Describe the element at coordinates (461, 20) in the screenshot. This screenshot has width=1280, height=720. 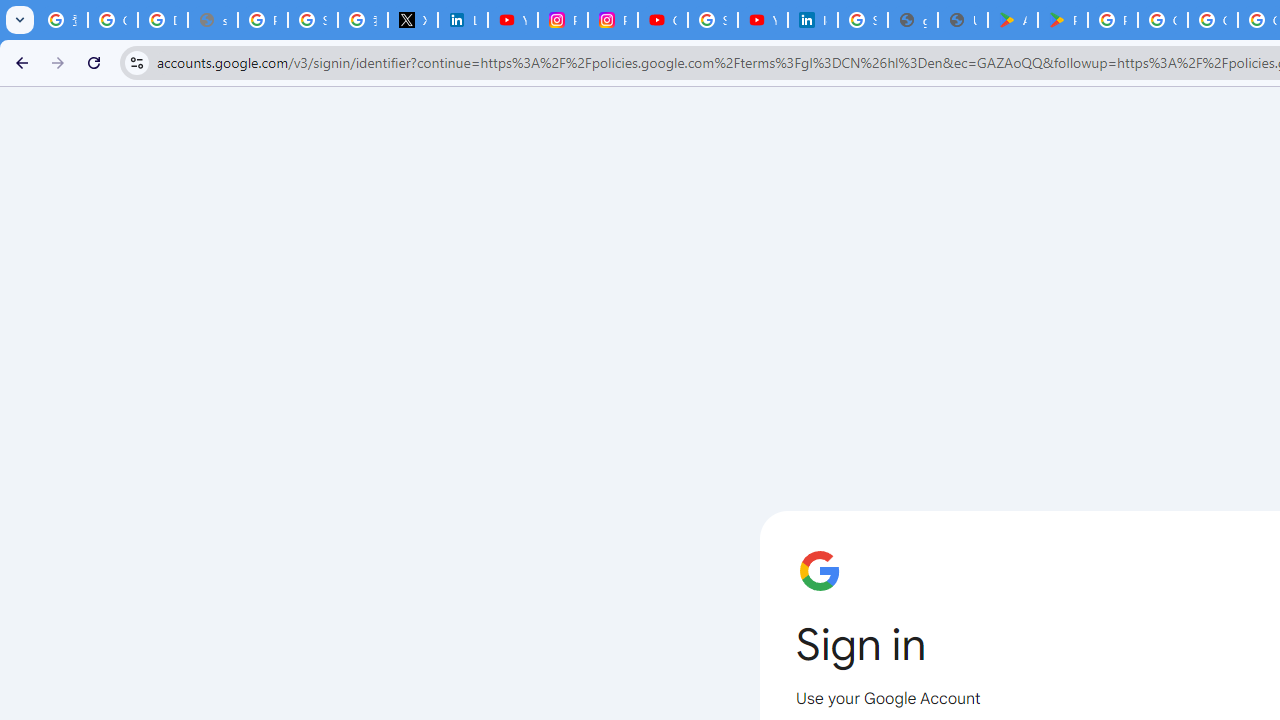
I see `'LinkedIn Privacy Policy'` at that location.